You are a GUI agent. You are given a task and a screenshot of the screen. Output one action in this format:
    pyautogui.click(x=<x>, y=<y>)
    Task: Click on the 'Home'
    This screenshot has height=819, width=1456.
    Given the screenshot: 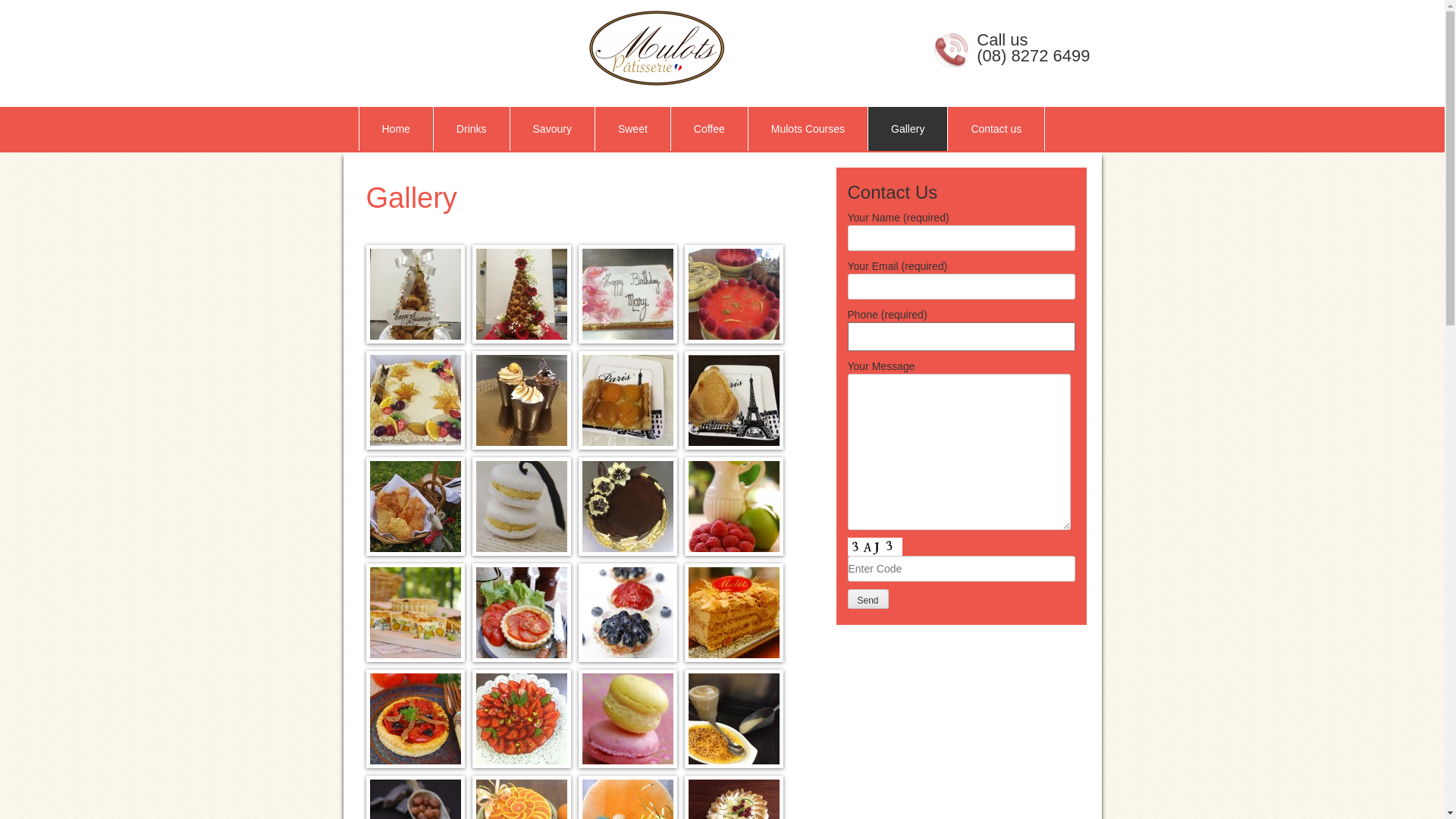 What is the action you would take?
    pyautogui.click(x=396, y=127)
    